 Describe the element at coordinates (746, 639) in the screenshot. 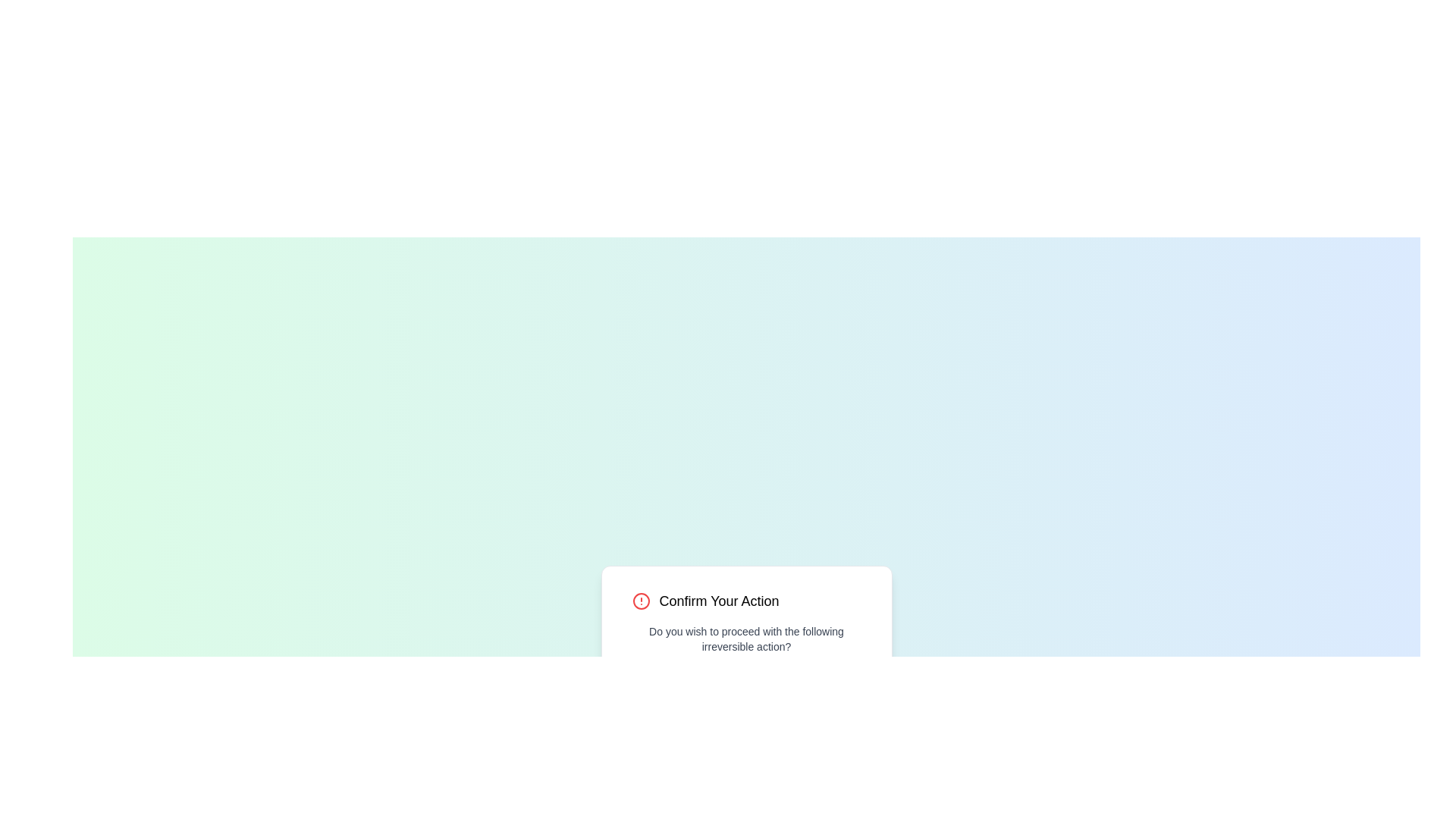

I see `the informational Text label located beneath the 'Confirm Your Action' title in the dialog box` at that location.